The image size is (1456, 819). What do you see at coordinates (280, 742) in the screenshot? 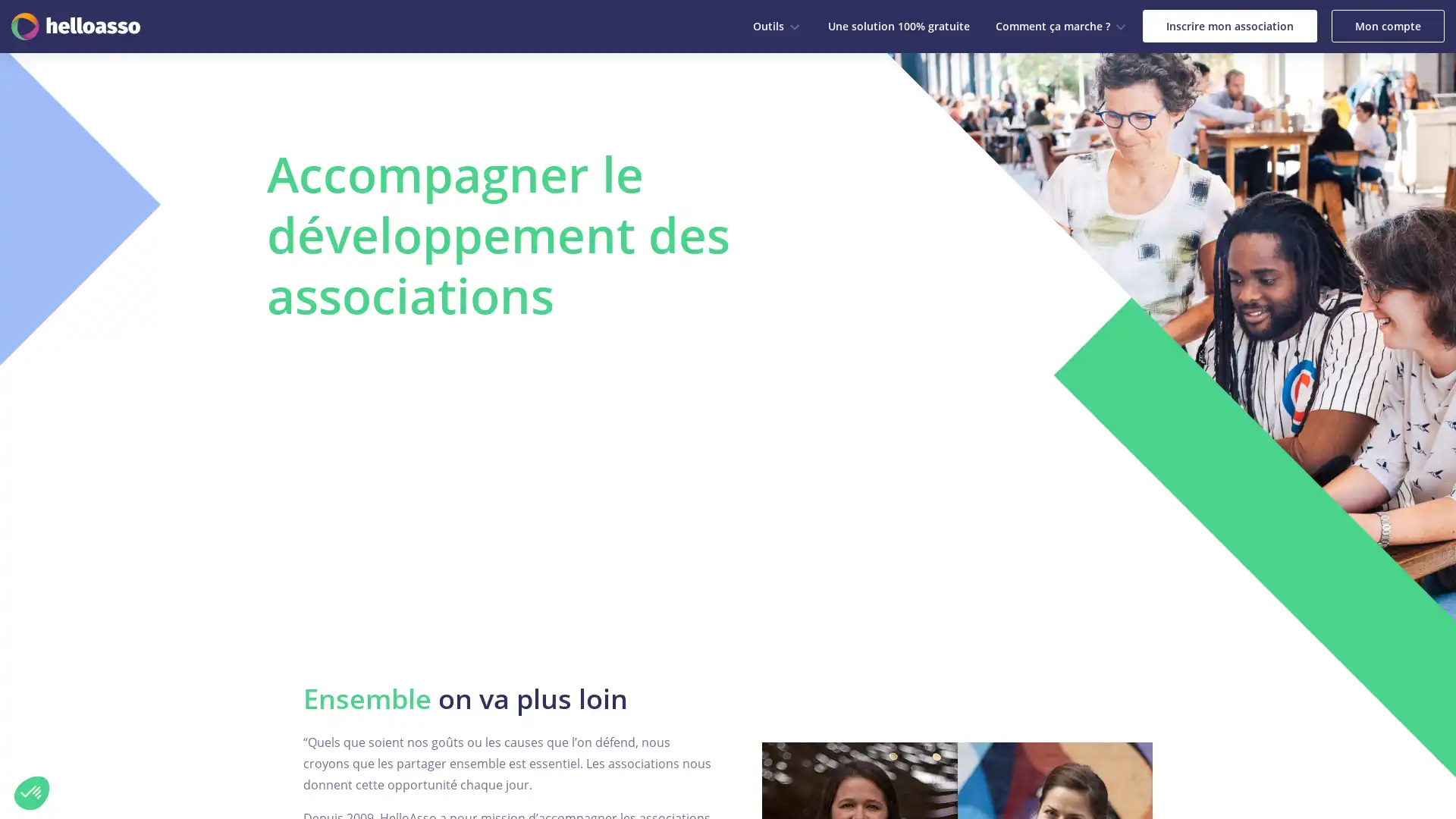
I see `Tout accepter` at bounding box center [280, 742].